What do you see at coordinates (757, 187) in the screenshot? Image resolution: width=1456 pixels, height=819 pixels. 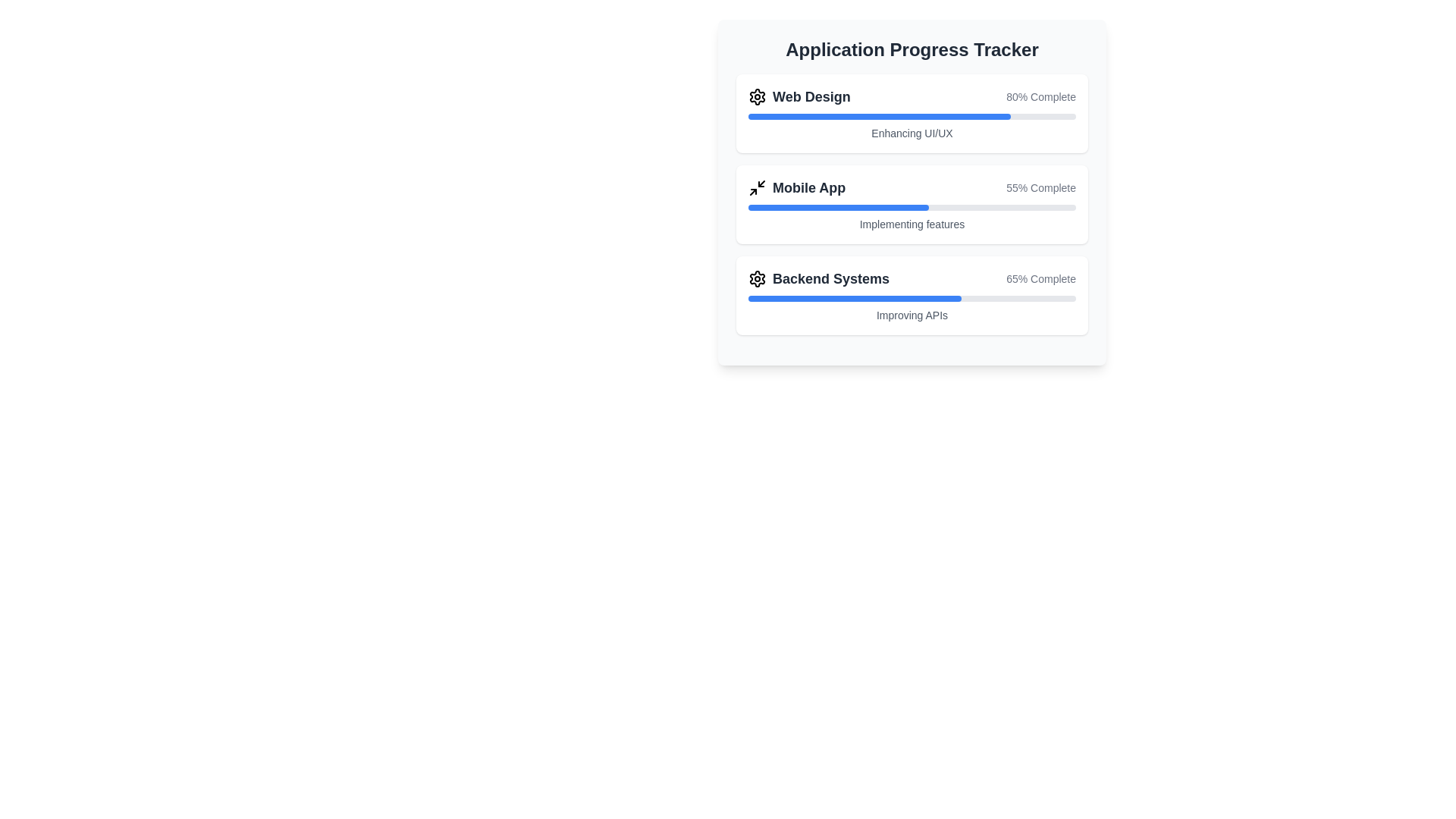 I see `the distinctive icon composed of arrows pointing outward, which is part of the 'Mobile App' group and located to the left of the 'Mobile App' label` at bounding box center [757, 187].